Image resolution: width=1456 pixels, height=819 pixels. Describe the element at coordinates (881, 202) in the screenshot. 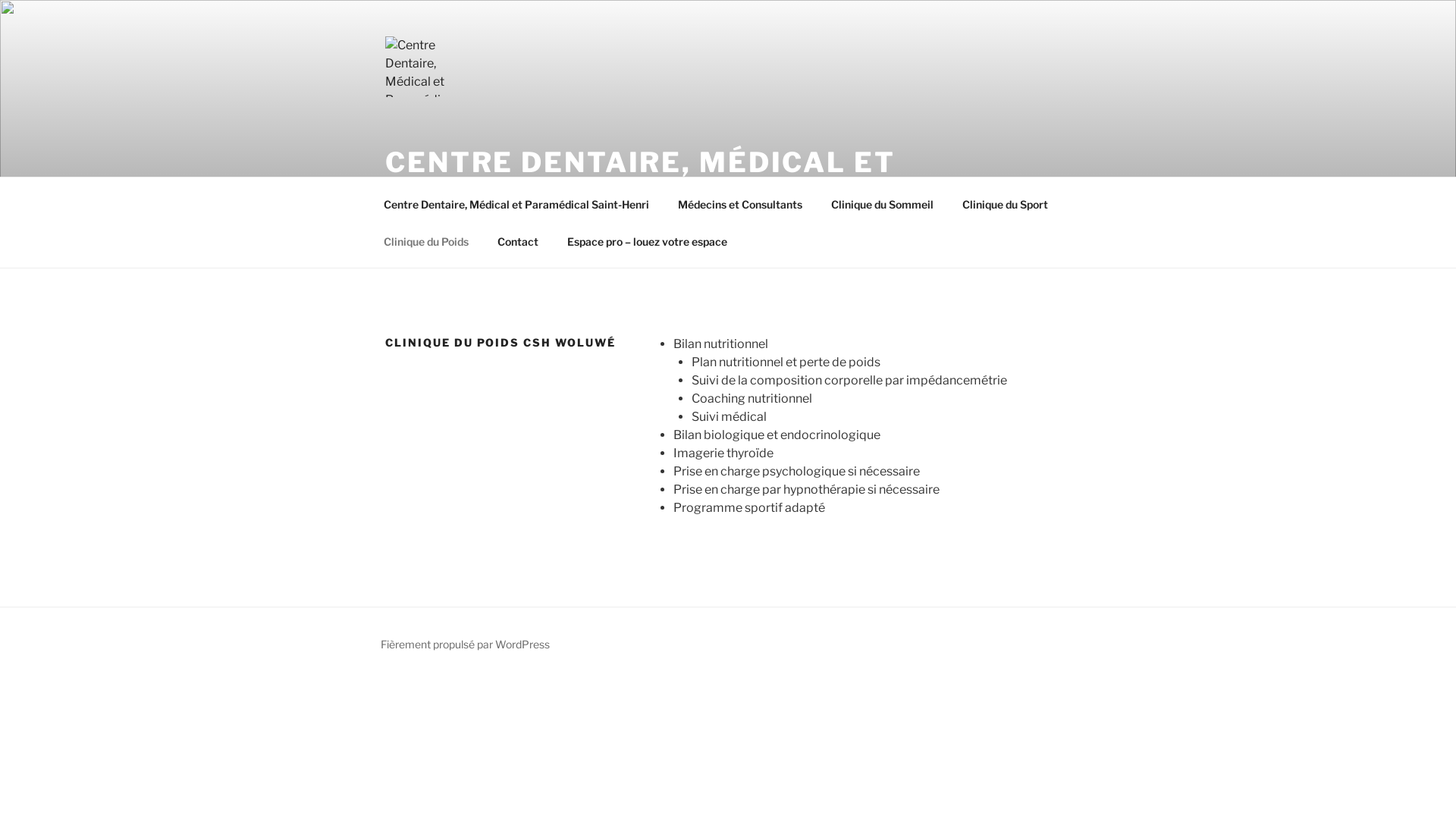

I see `'Clinique du Sommeil'` at that location.